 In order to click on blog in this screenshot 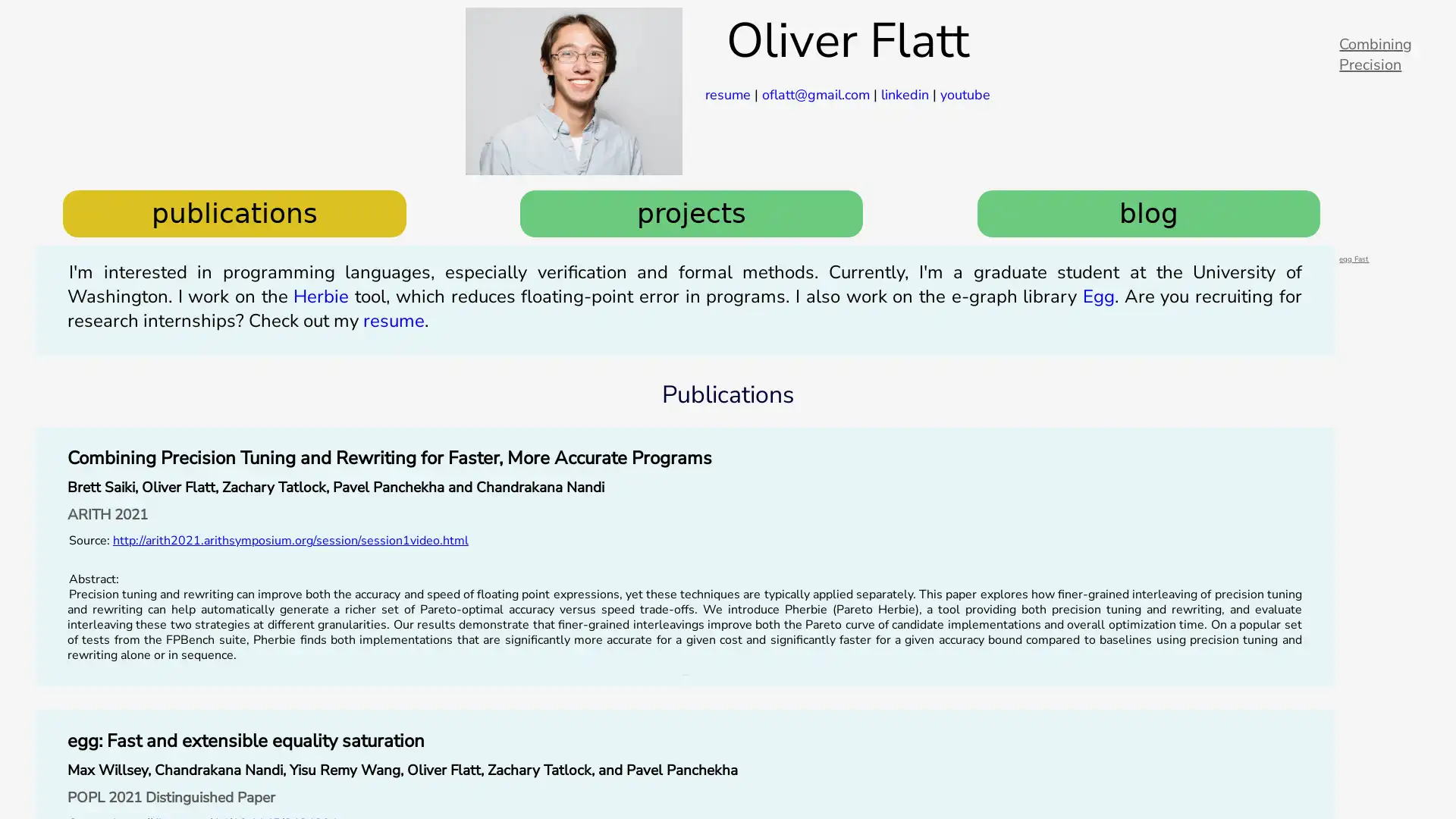, I will do `click(1149, 213)`.